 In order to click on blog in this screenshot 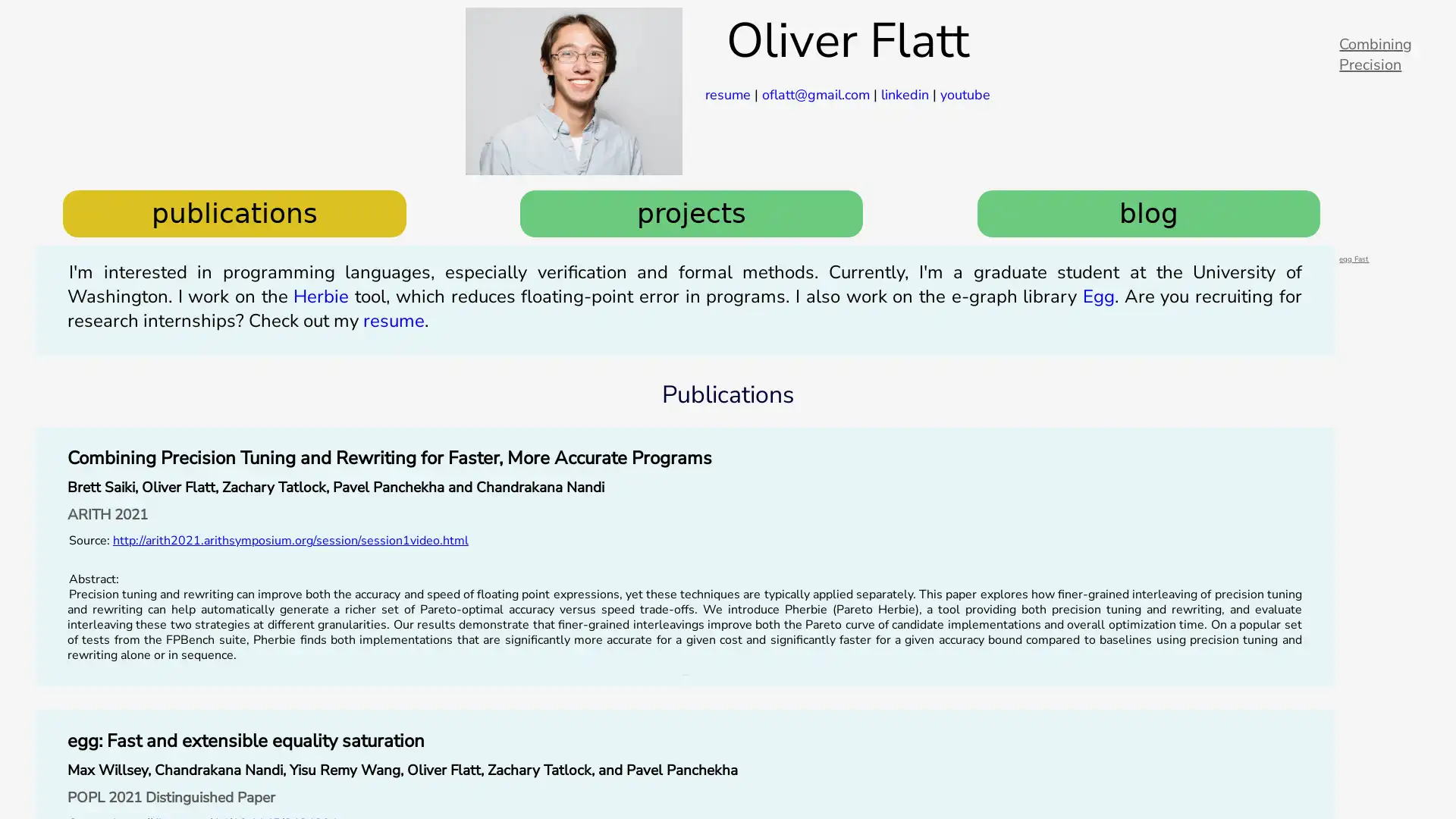, I will do `click(1149, 213)`.